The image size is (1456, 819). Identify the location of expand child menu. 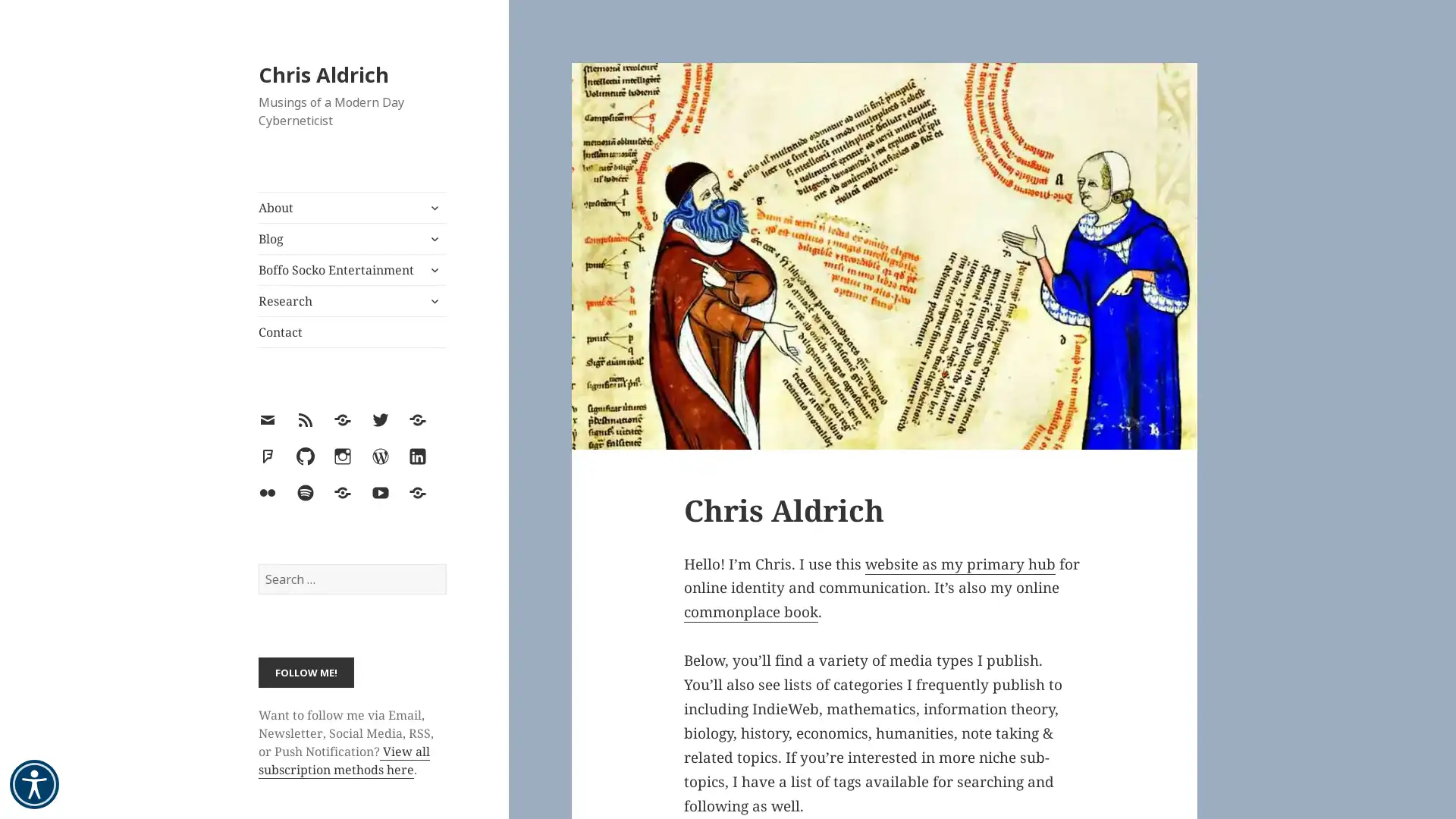
(432, 301).